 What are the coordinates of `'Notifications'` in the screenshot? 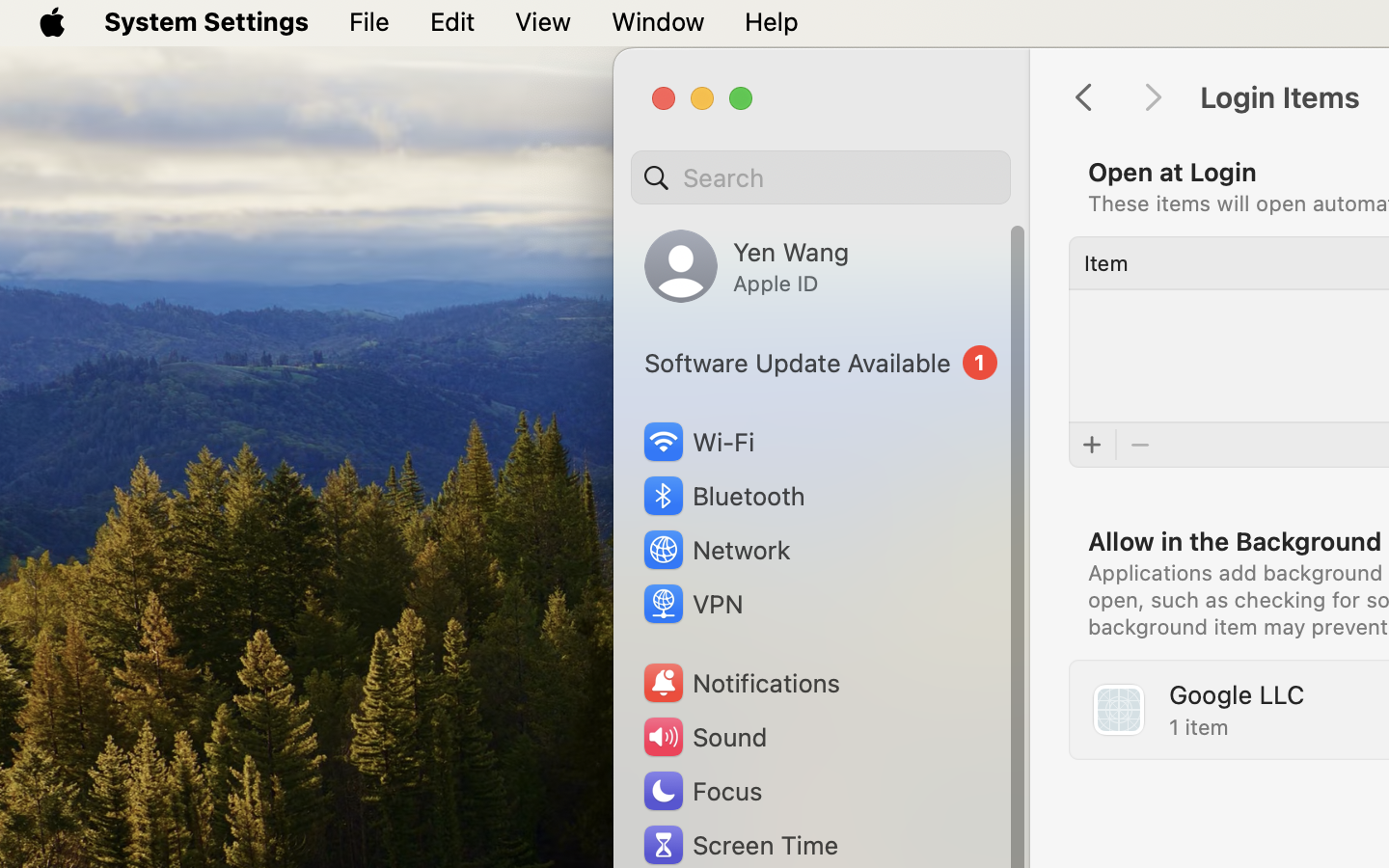 It's located at (739, 682).